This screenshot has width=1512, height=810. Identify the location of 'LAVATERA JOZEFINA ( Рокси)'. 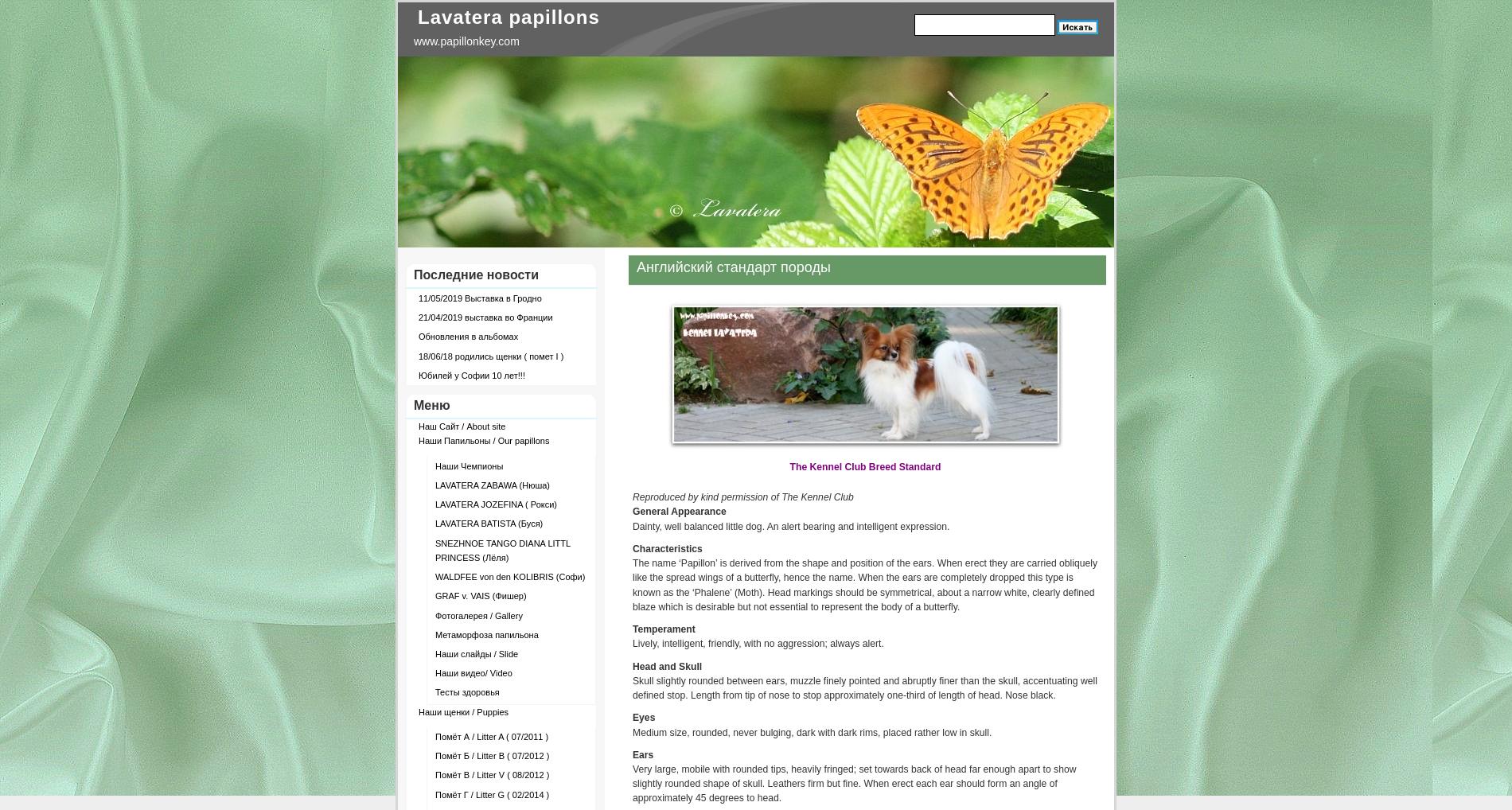
(435, 504).